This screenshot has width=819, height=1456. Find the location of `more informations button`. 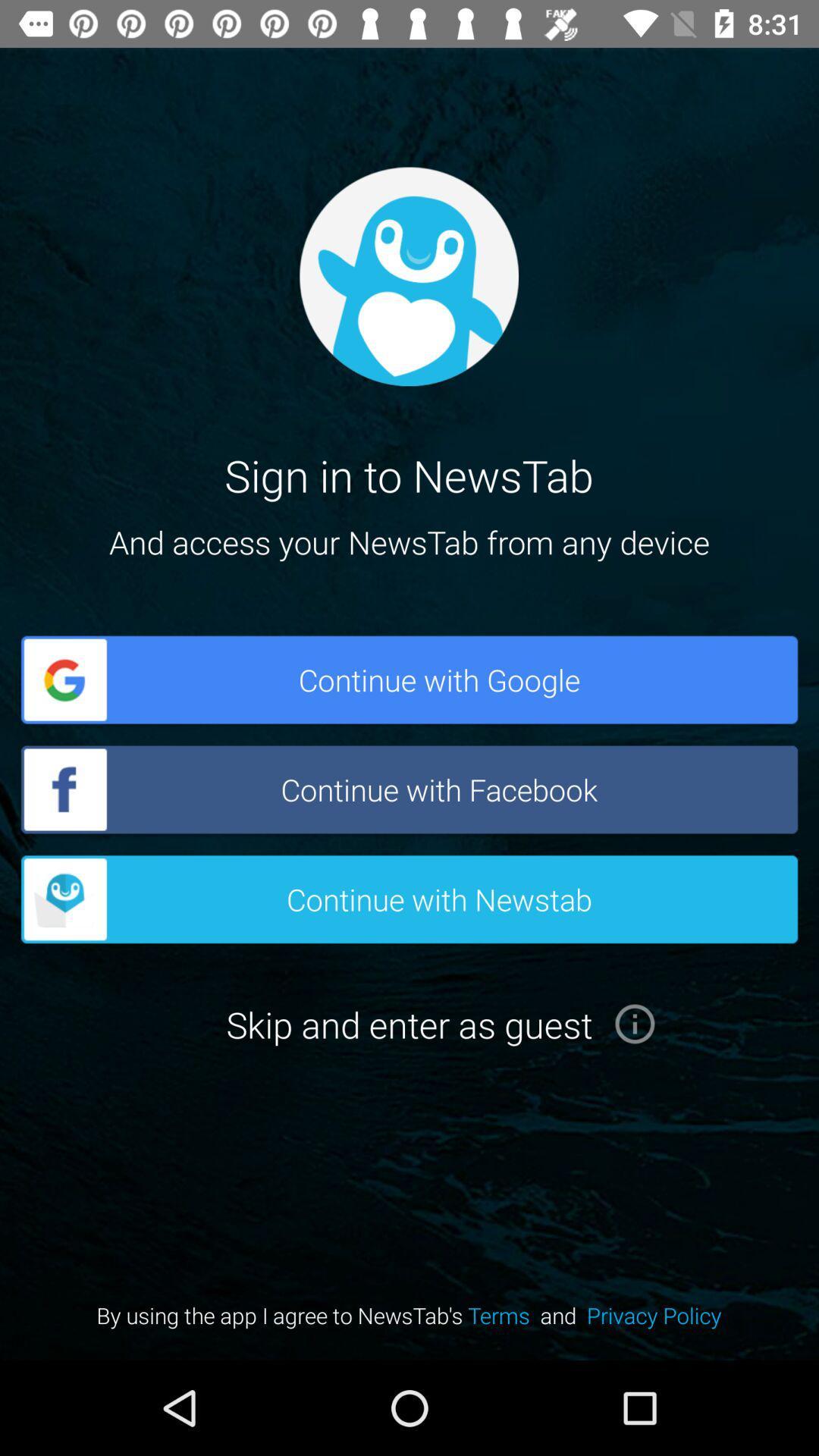

more informations button is located at coordinates (635, 1024).